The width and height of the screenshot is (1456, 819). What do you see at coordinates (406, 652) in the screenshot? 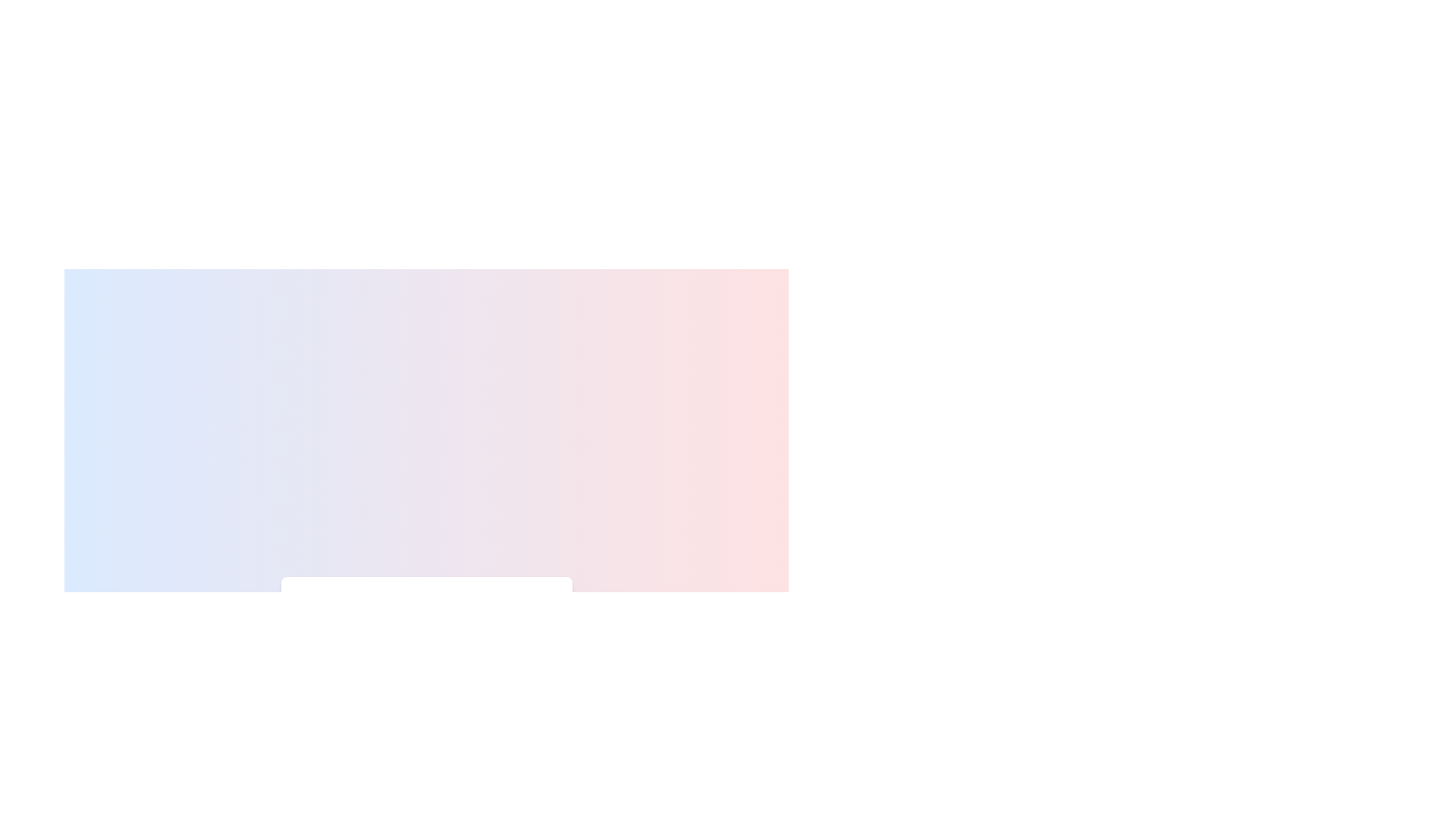
I see `the temperature slider to 42%` at bounding box center [406, 652].